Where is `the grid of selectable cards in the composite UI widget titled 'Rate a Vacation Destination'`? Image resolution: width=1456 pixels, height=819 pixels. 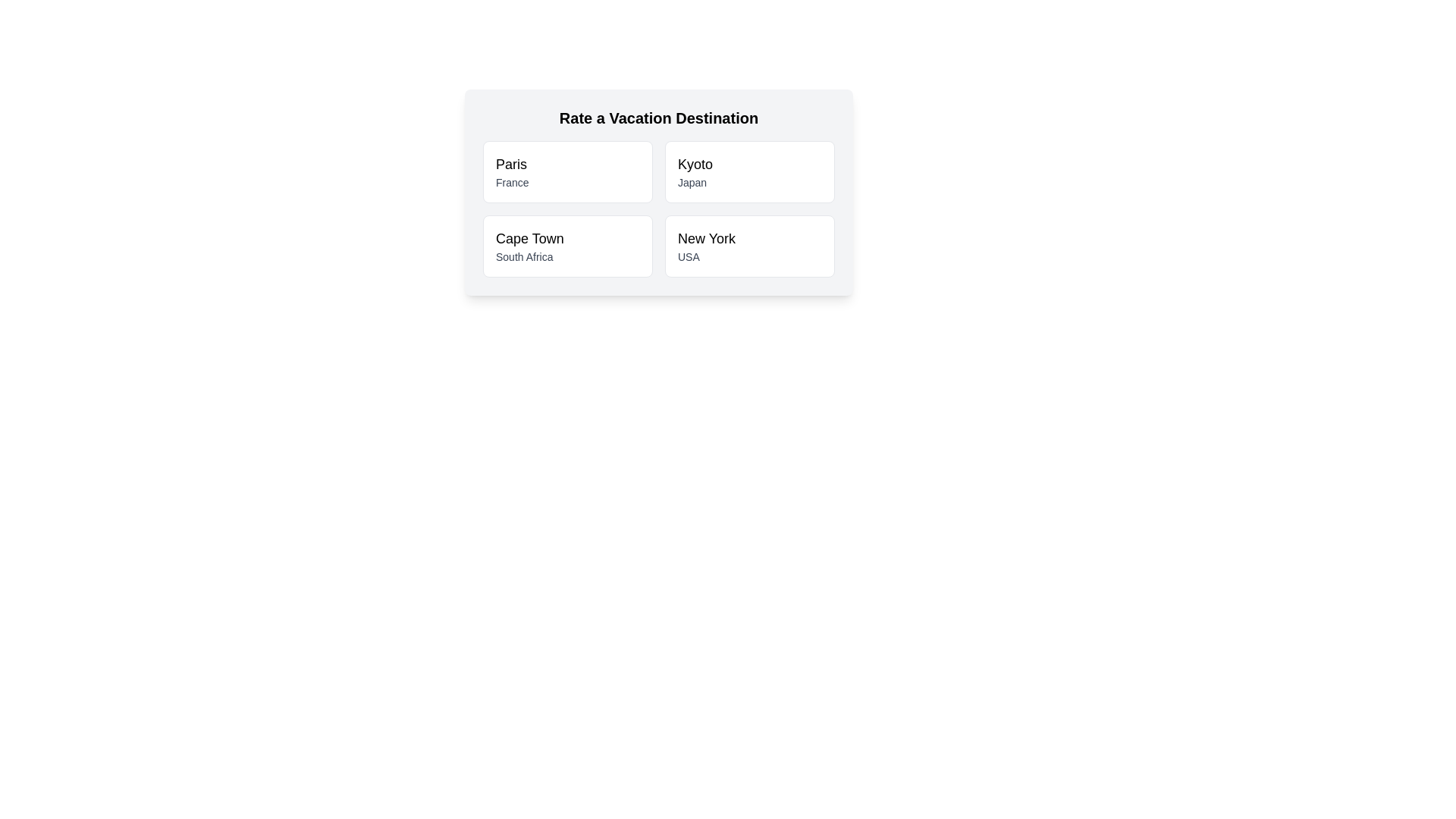
the grid of selectable cards in the composite UI widget titled 'Rate a Vacation Destination' is located at coordinates (658, 192).